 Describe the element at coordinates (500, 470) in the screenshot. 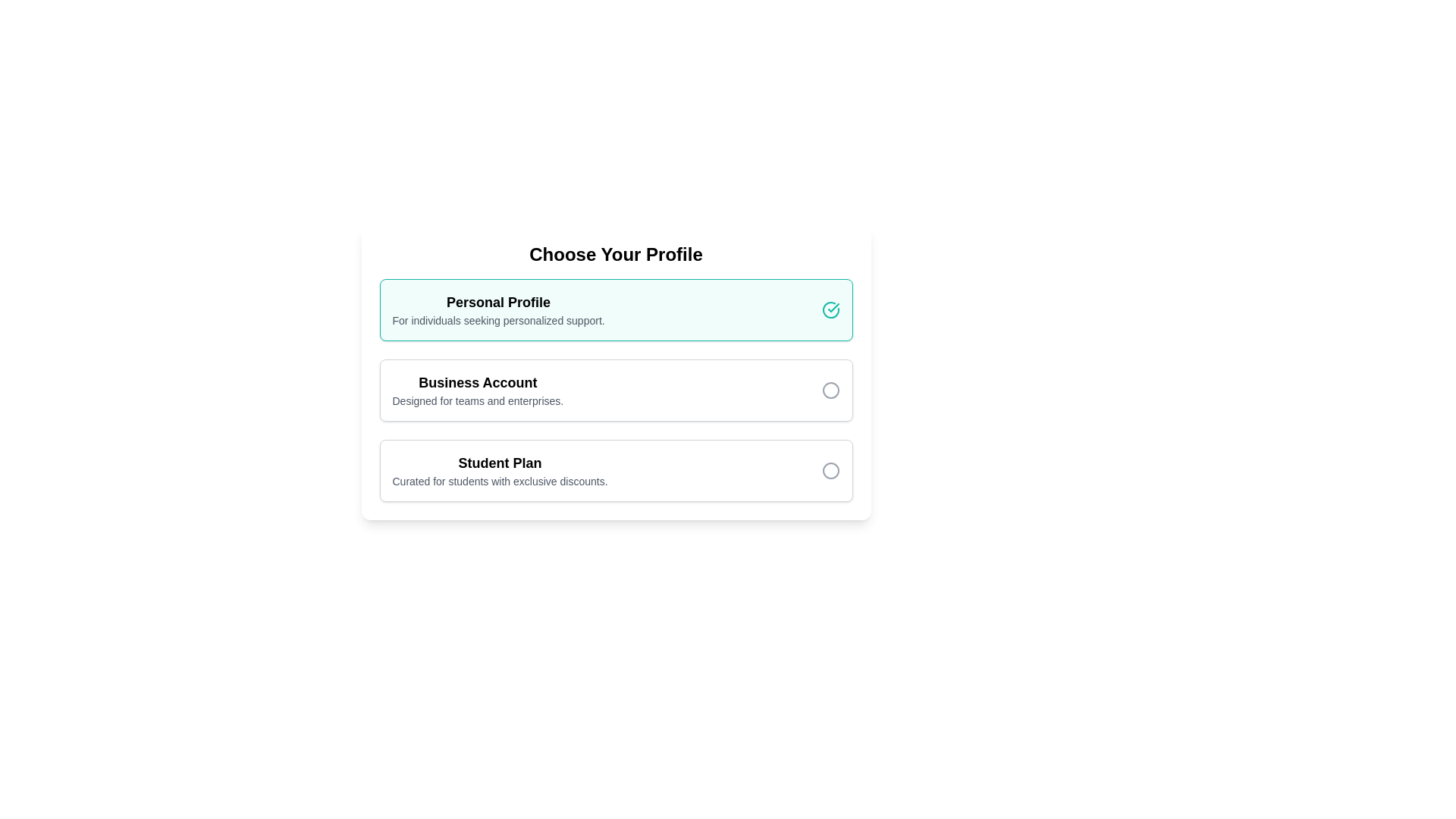

I see `the 'Student Plan' text element that displays 'Curated for students with exclusive discounts.' in a selection option` at that location.